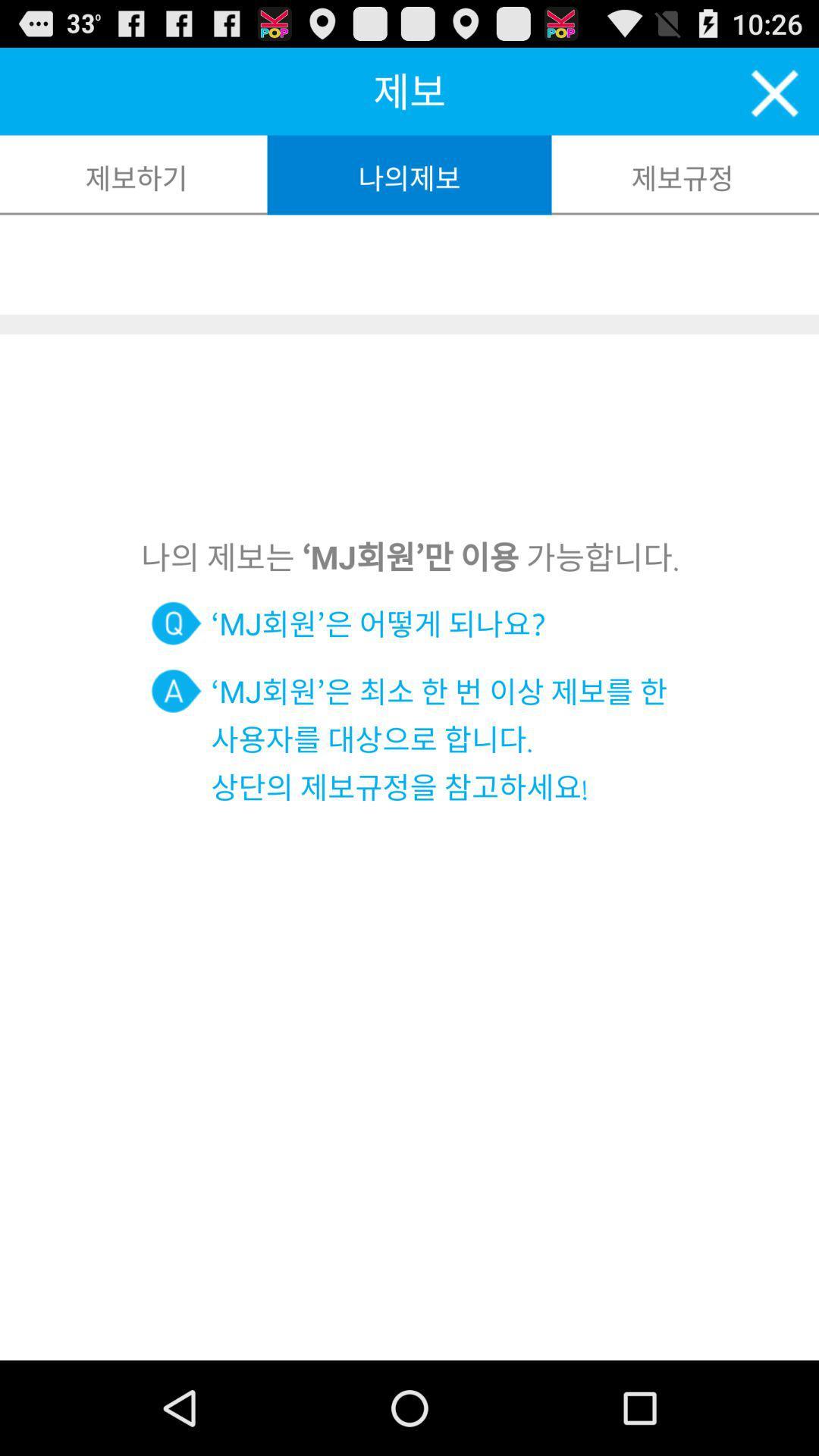 This screenshot has width=819, height=1456. I want to click on the close icon, so click(775, 99).